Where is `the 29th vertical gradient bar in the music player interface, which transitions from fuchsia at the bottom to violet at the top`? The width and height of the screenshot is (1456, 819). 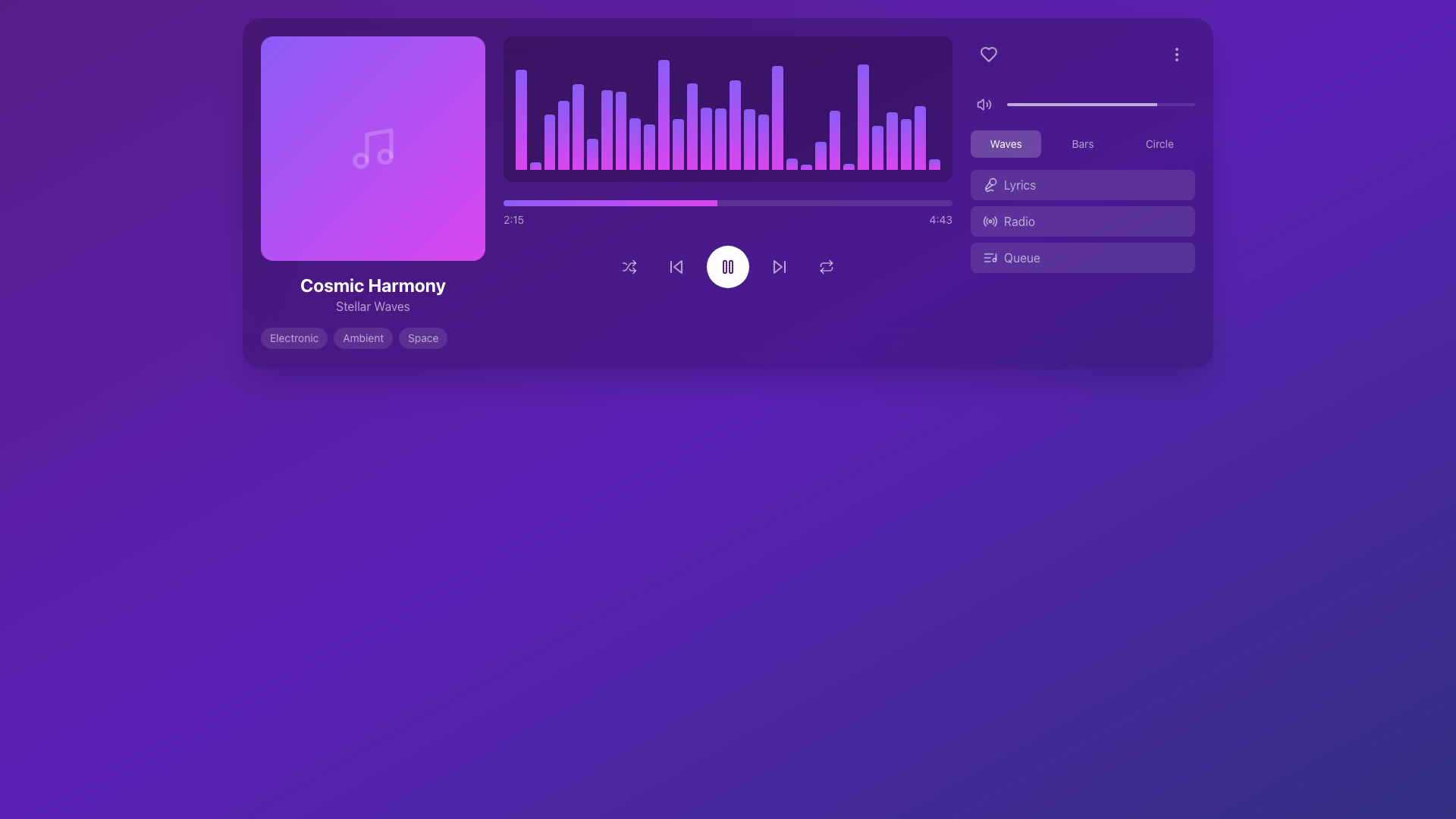
the 29th vertical gradient bar in the music player interface, which transitions from fuchsia at the bottom to violet at the top is located at coordinates (833, 140).